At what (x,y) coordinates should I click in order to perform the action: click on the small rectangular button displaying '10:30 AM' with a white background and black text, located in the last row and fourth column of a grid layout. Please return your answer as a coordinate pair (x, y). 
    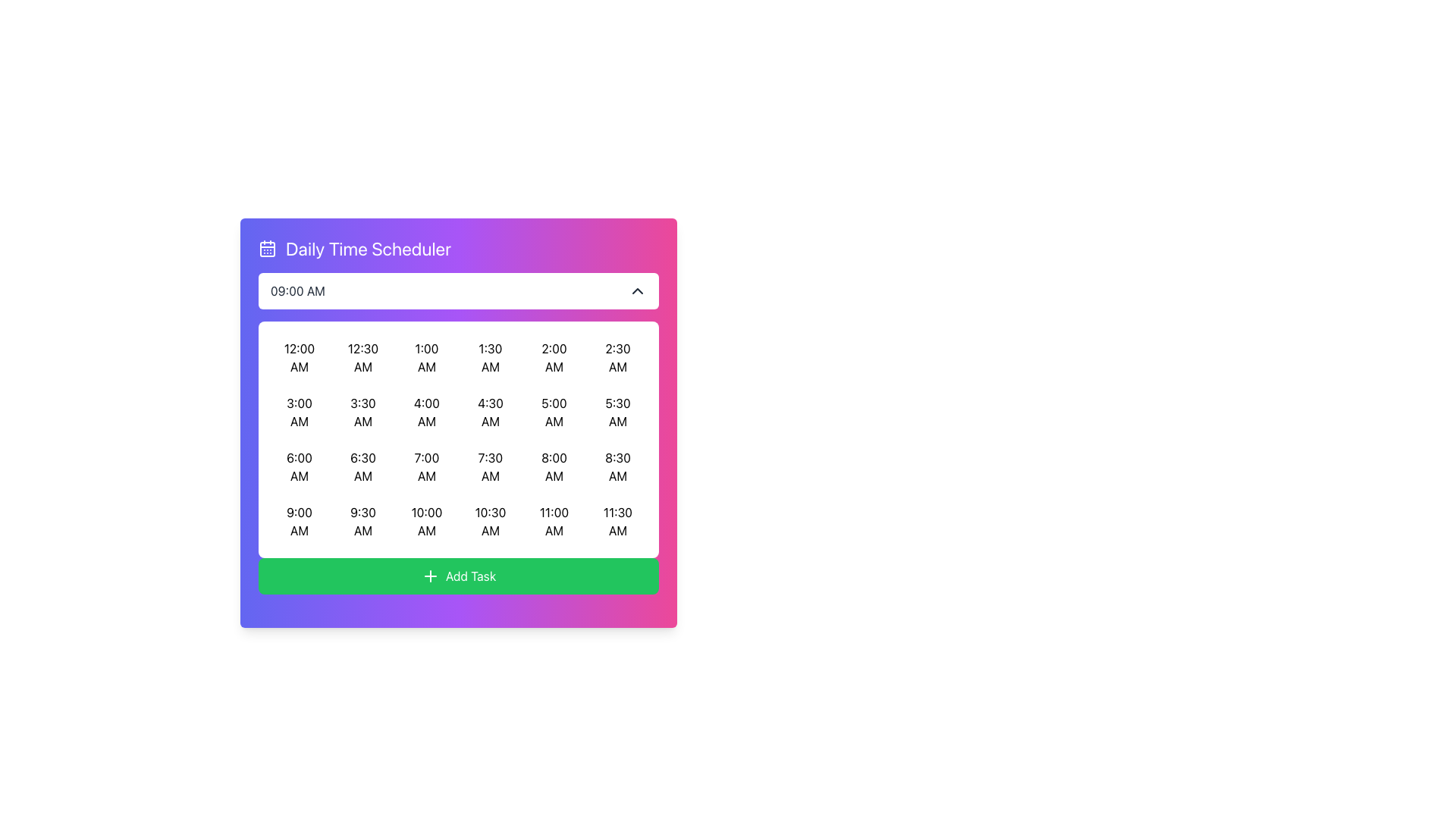
    Looking at the image, I should click on (491, 520).